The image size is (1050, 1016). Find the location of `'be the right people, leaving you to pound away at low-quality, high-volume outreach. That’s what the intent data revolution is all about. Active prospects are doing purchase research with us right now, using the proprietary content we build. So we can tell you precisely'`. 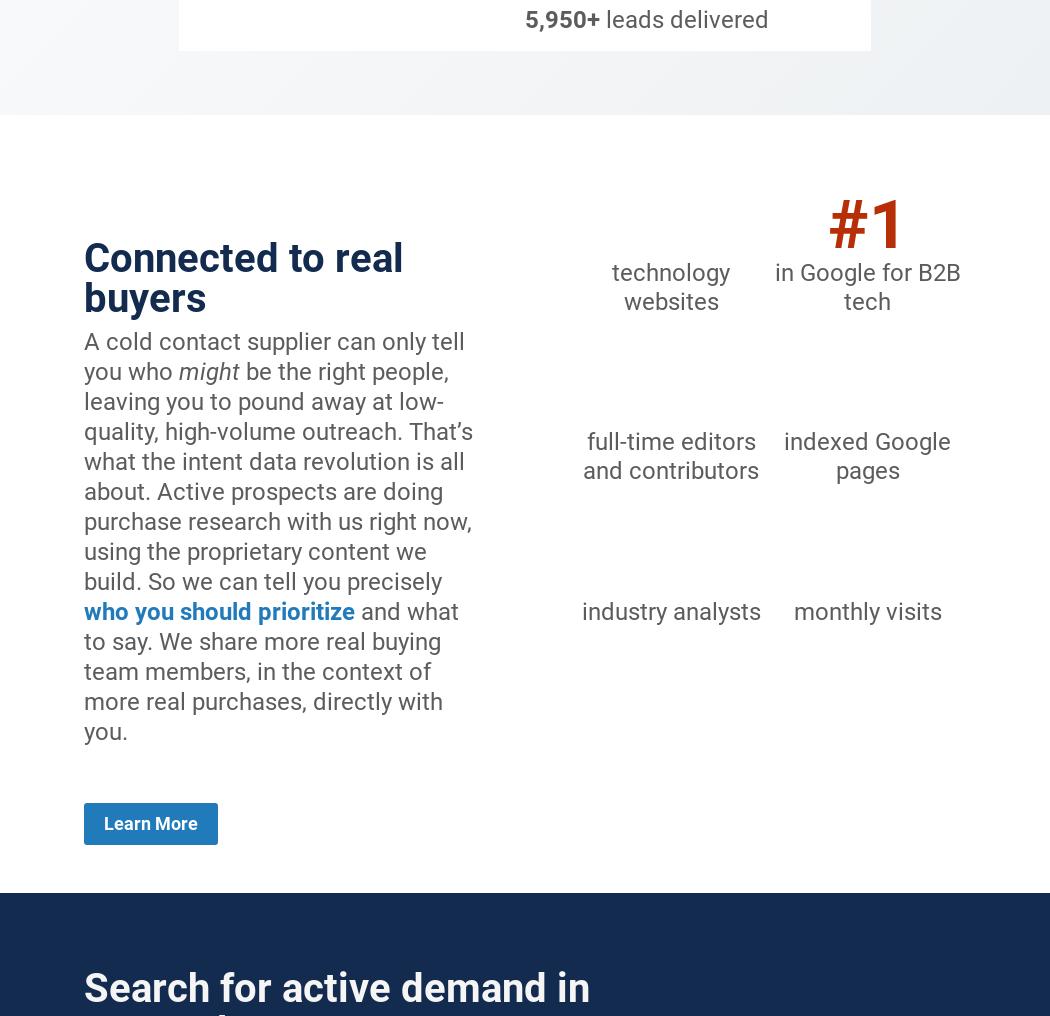

'be the right people, leaving you to pound away at low-quality, high-volume outreach. That’s what the intent data revolution is all about. Active prospects are doing purchase research with us right now, using the proprietary content we build. So we can tell you precisely' is located at coordinates (277, 475).